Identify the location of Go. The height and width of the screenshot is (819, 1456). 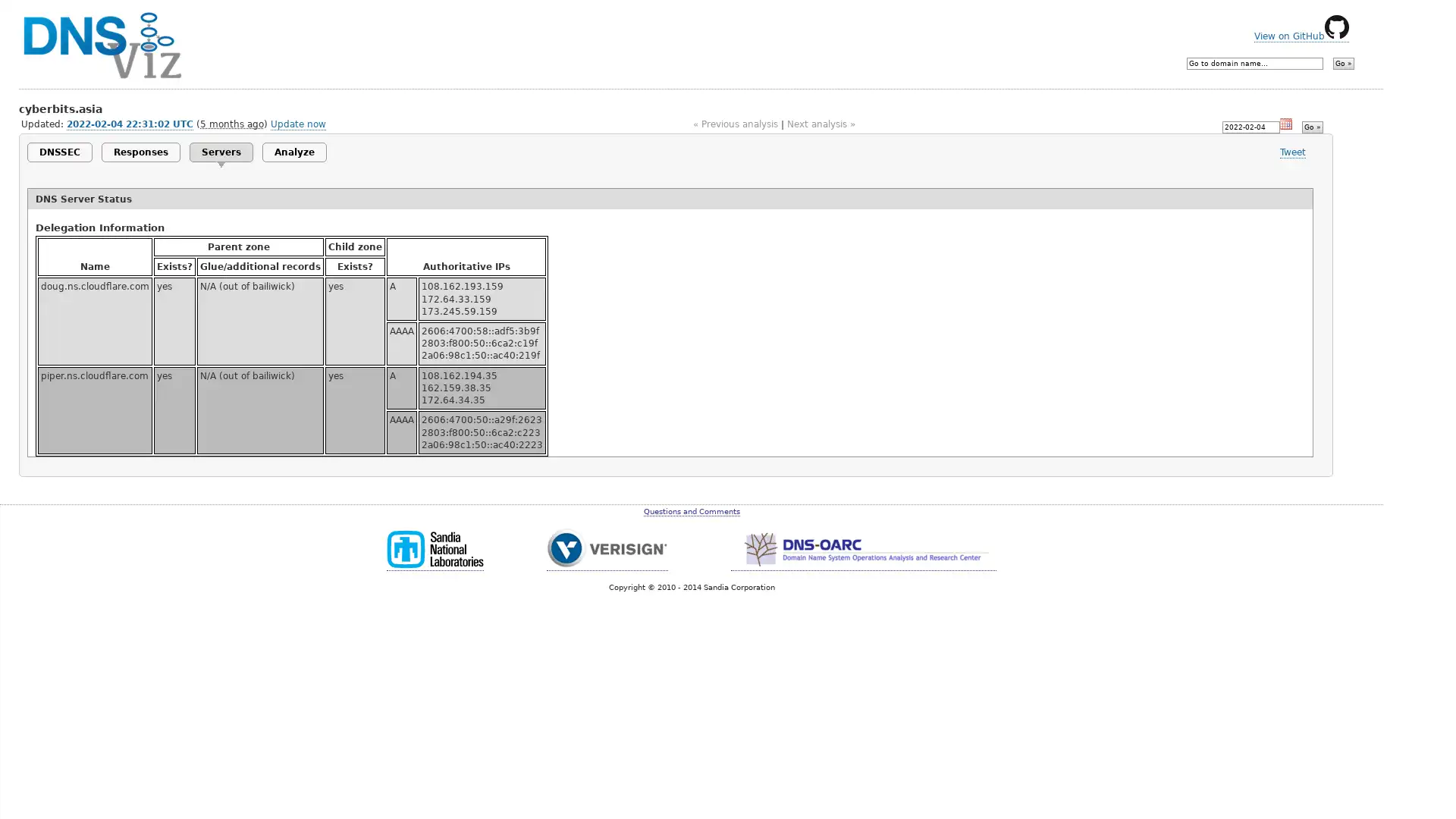
(1343, 63).